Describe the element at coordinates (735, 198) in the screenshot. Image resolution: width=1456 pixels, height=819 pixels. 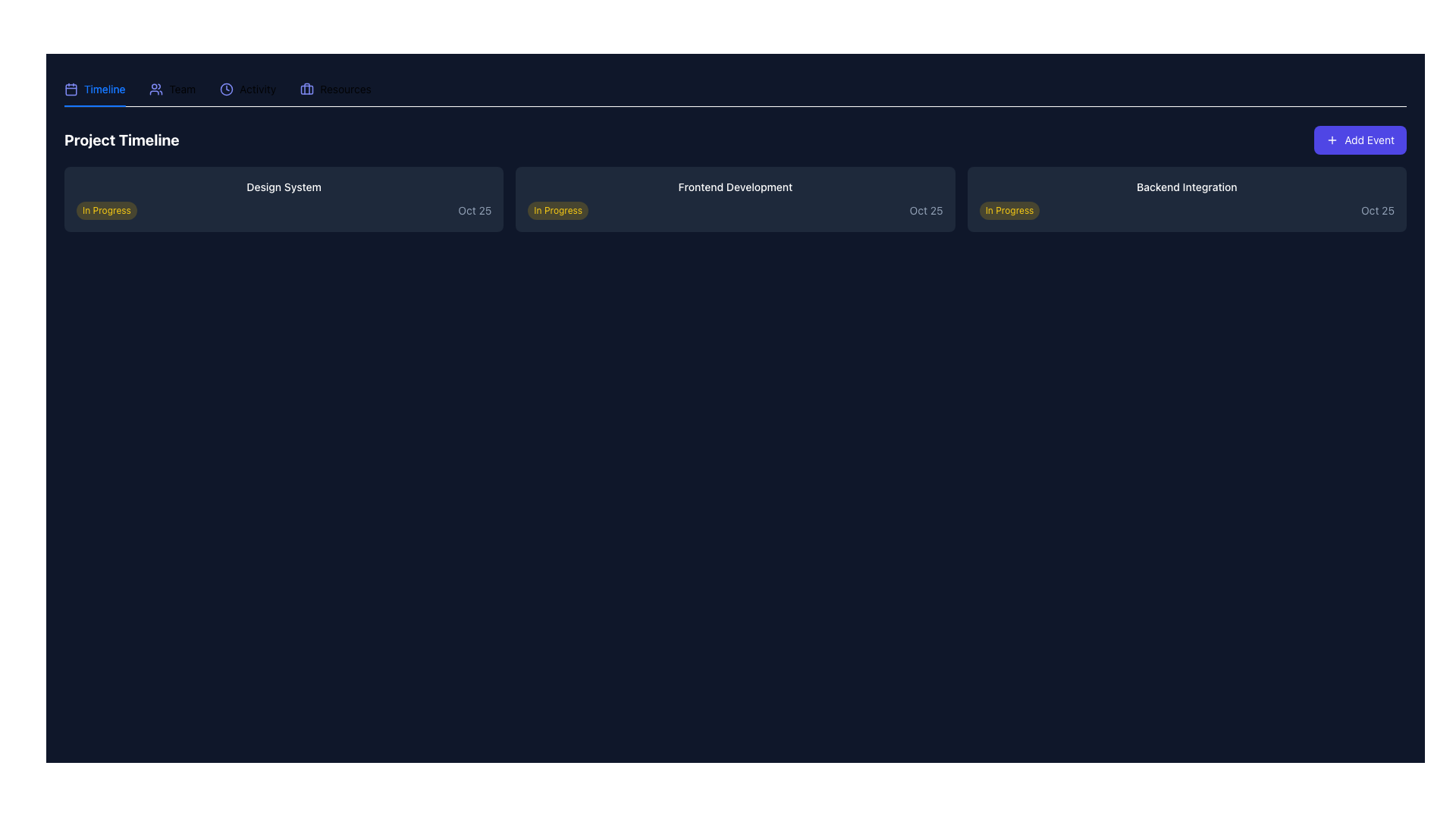
I see `the Card containing the text 'Frontend Development' which has a dark slate color and rounded corners, located in the middle column of the grid layout` at that location.